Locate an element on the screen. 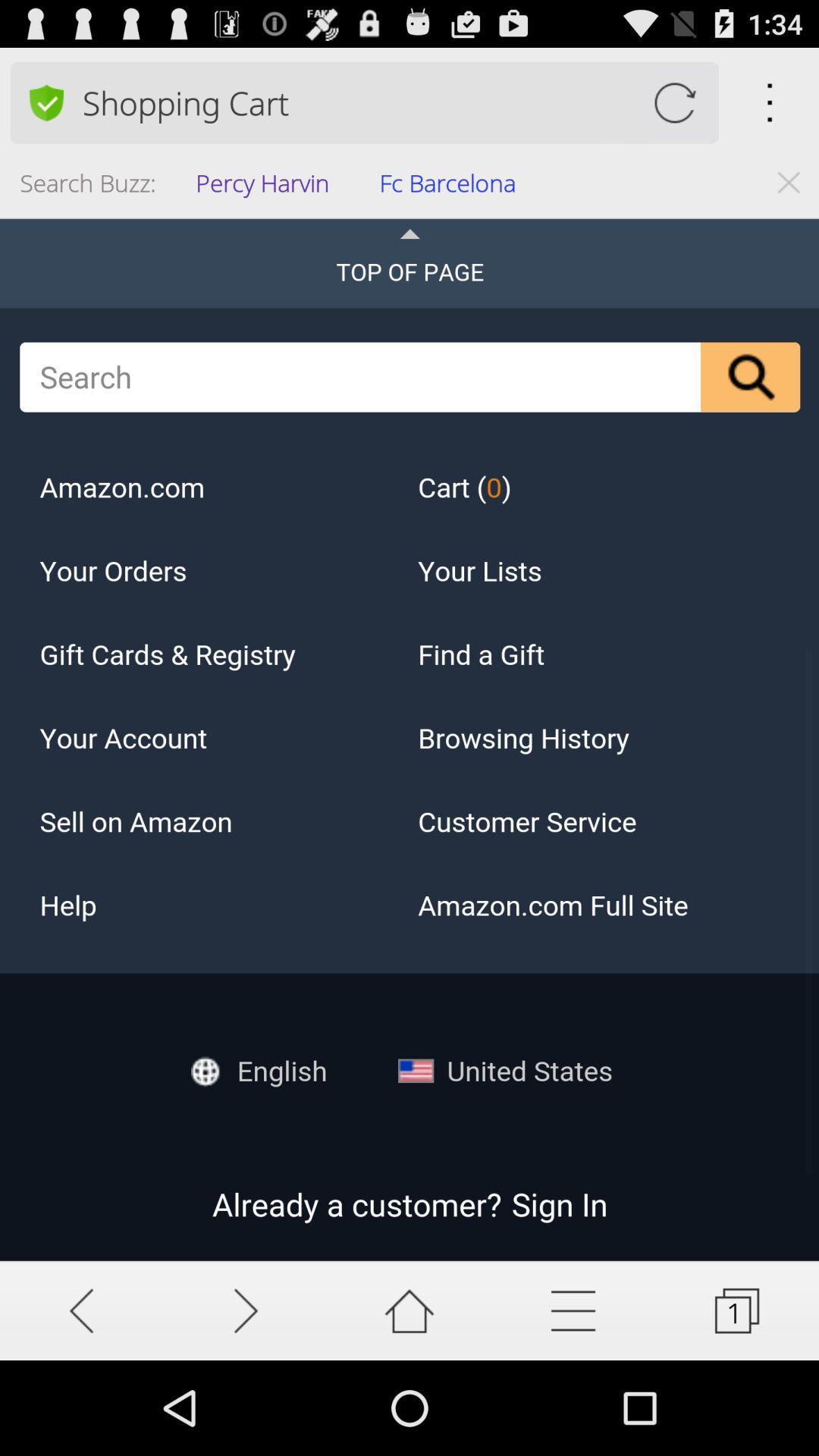 The width and height of the screenshot is (819, 1456). the refresh icon is located at coordinates (673, 109).